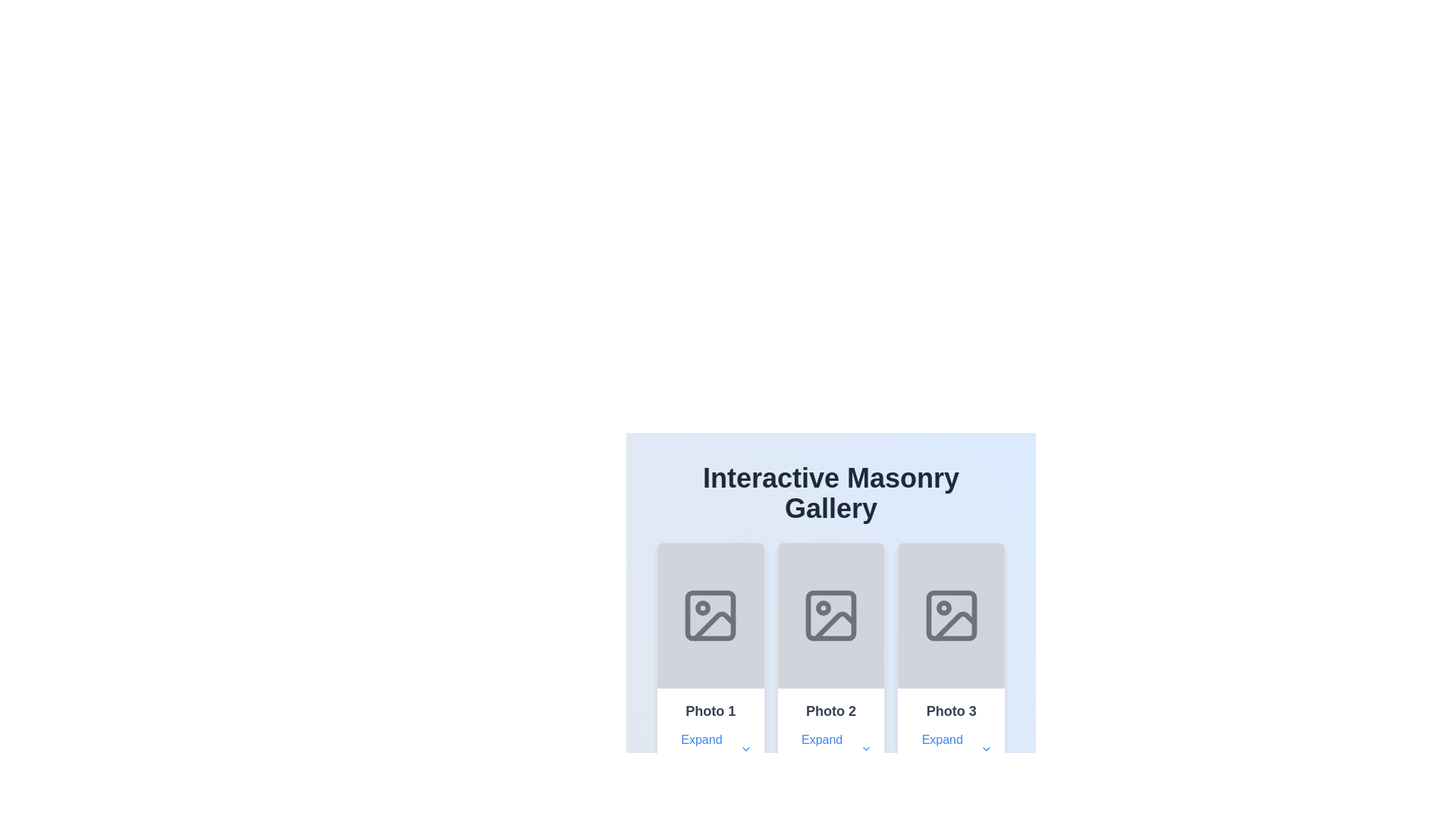 Image resolution: width=1456 pixels, height=819 pixels. I want to click on the expand icon for 'Photo 3', so click(987, 748).